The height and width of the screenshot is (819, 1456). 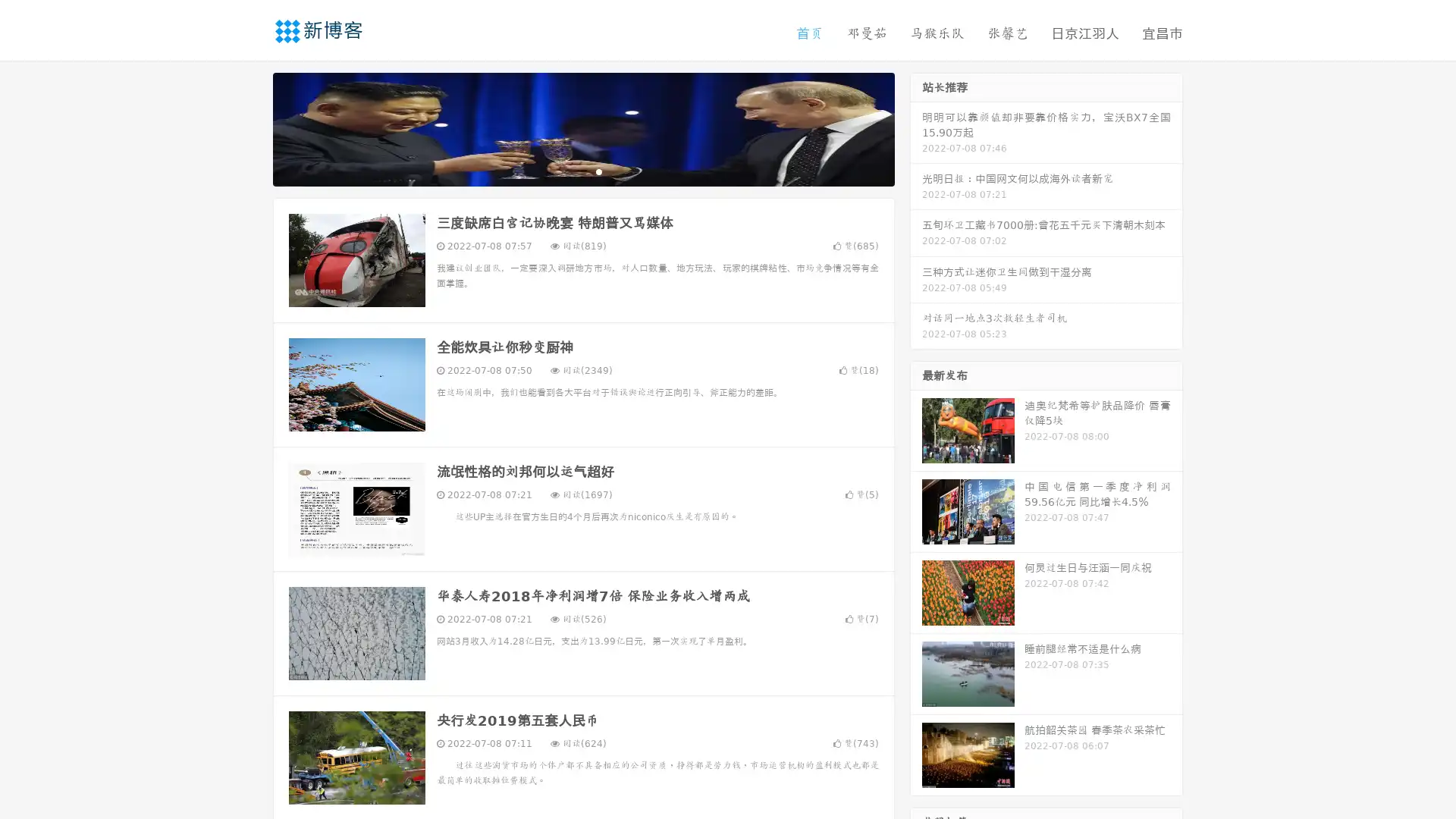 What do you see at coordinates (598, 171) in the screenshot?
I see `Go to slide 3` at bounding box center [598, 171].